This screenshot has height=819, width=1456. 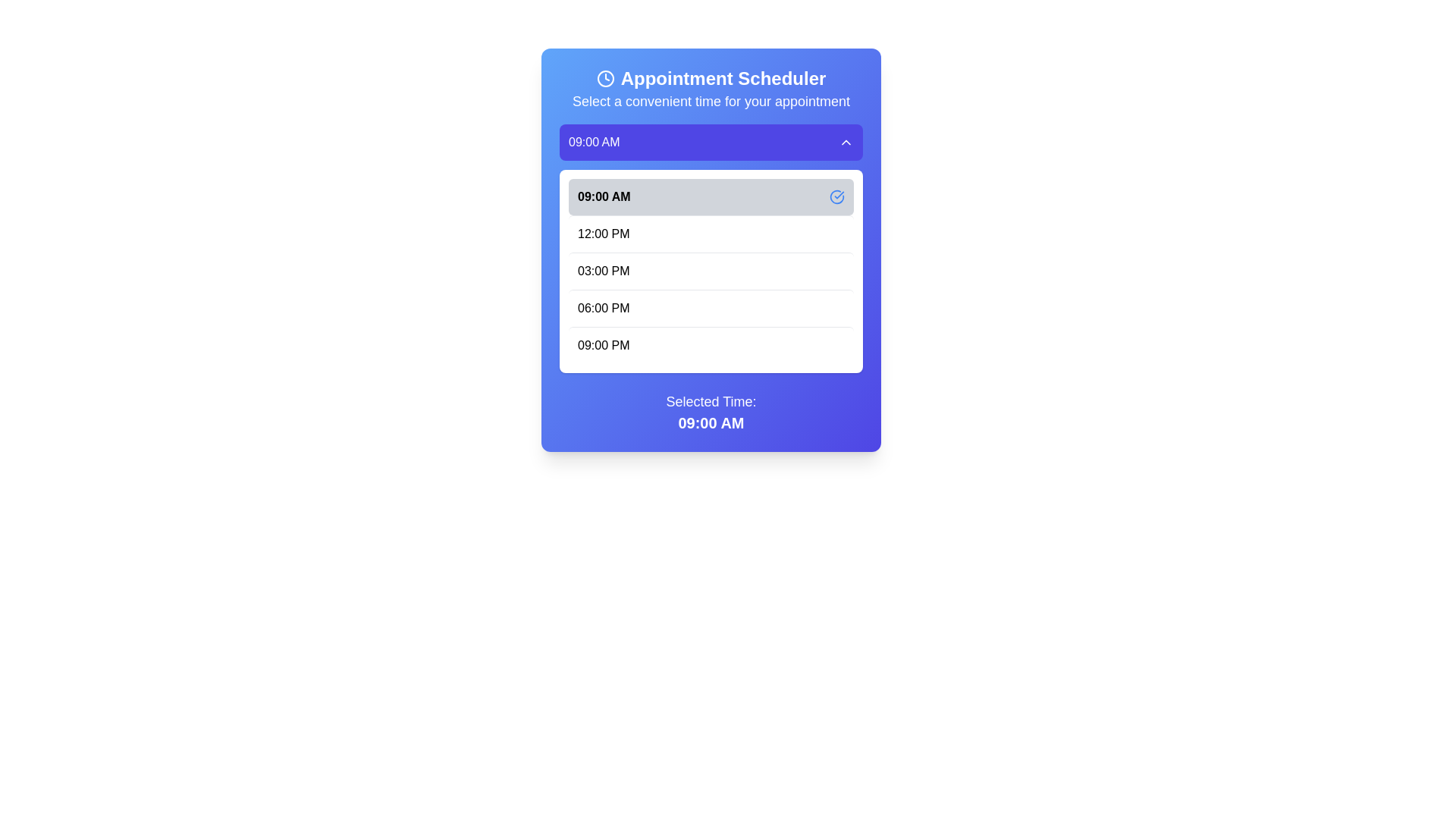 What do you see at coordinates (710, 234) in the screenshot?
I see `to select the time slot displaying '12:00 PM', which is the second option in the vertical list of time slots` at bounding box center [710, 234].